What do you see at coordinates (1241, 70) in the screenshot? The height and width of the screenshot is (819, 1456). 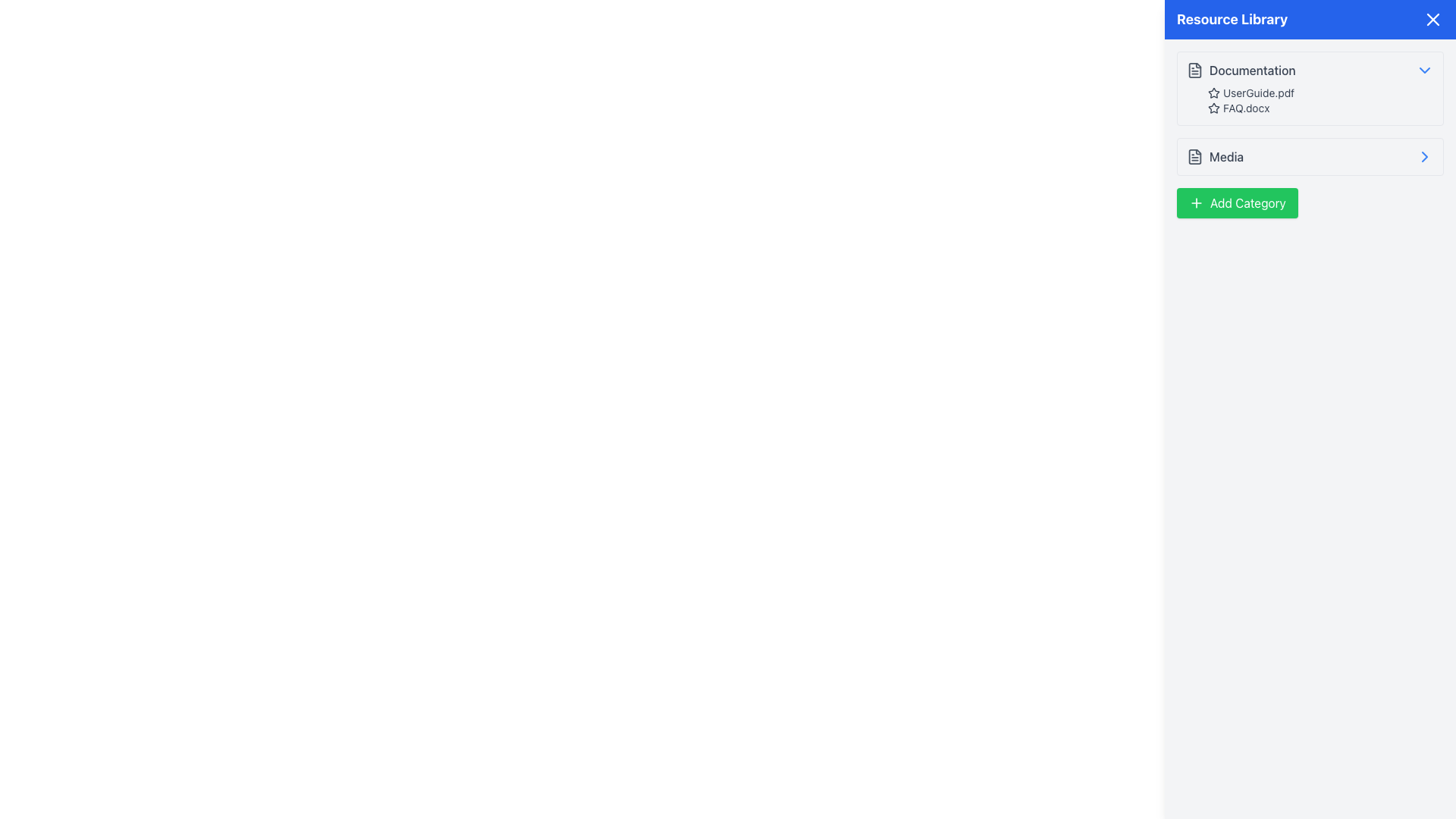 I see `the Category Header with Icon and Text labeled 'Documentation' in the Resource Library sidebar` at bounding box center [1241, 70].